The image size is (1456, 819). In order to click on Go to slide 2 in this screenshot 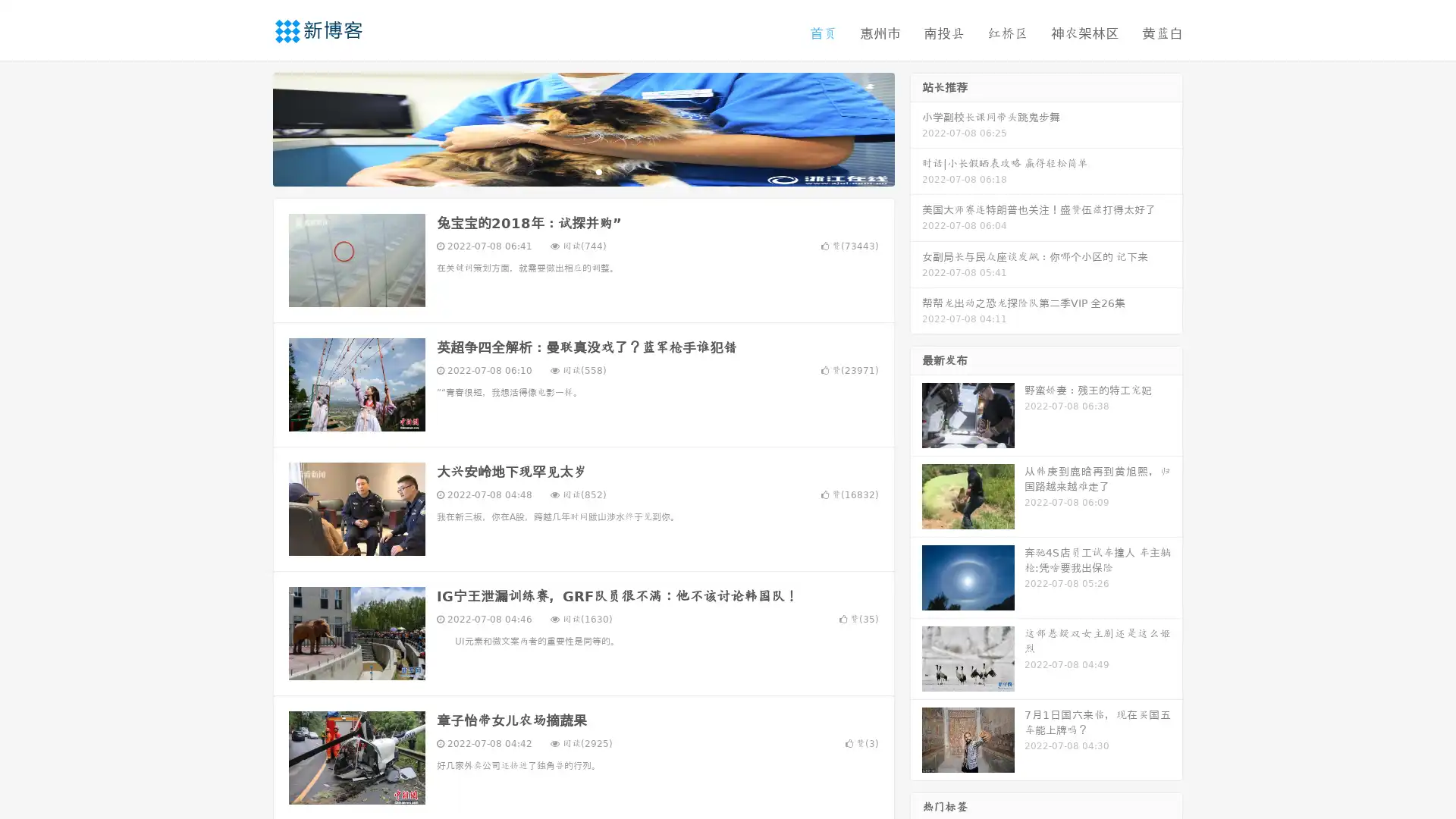, I will do `click(582, 171)`.